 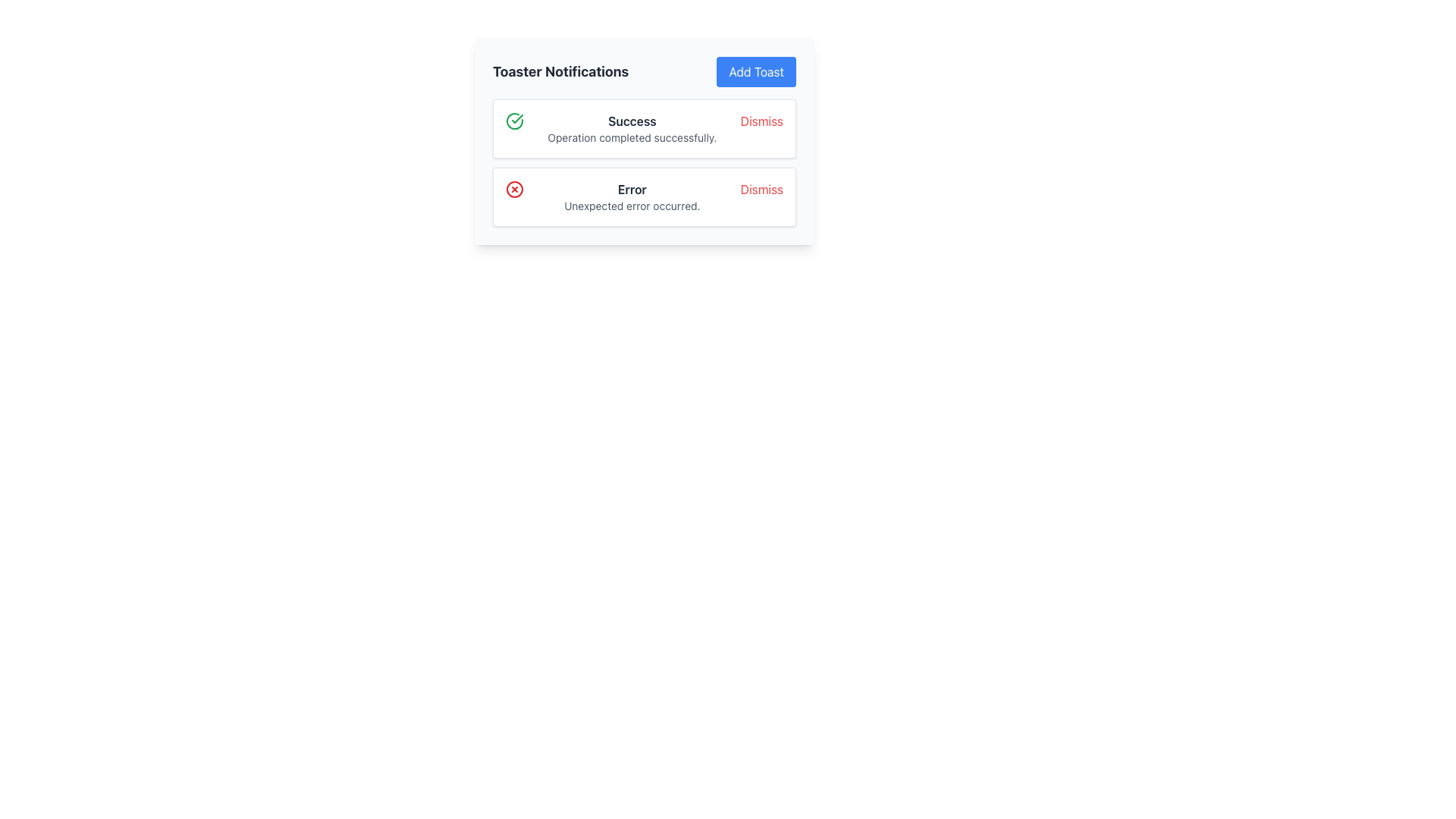 What do you see at coordinates (514, 120) in the screenshot?
I see `the green checkmark icon in the first notification card of the toaster notifications section, which indicates a successful operation` at bounding box center [514, 120].